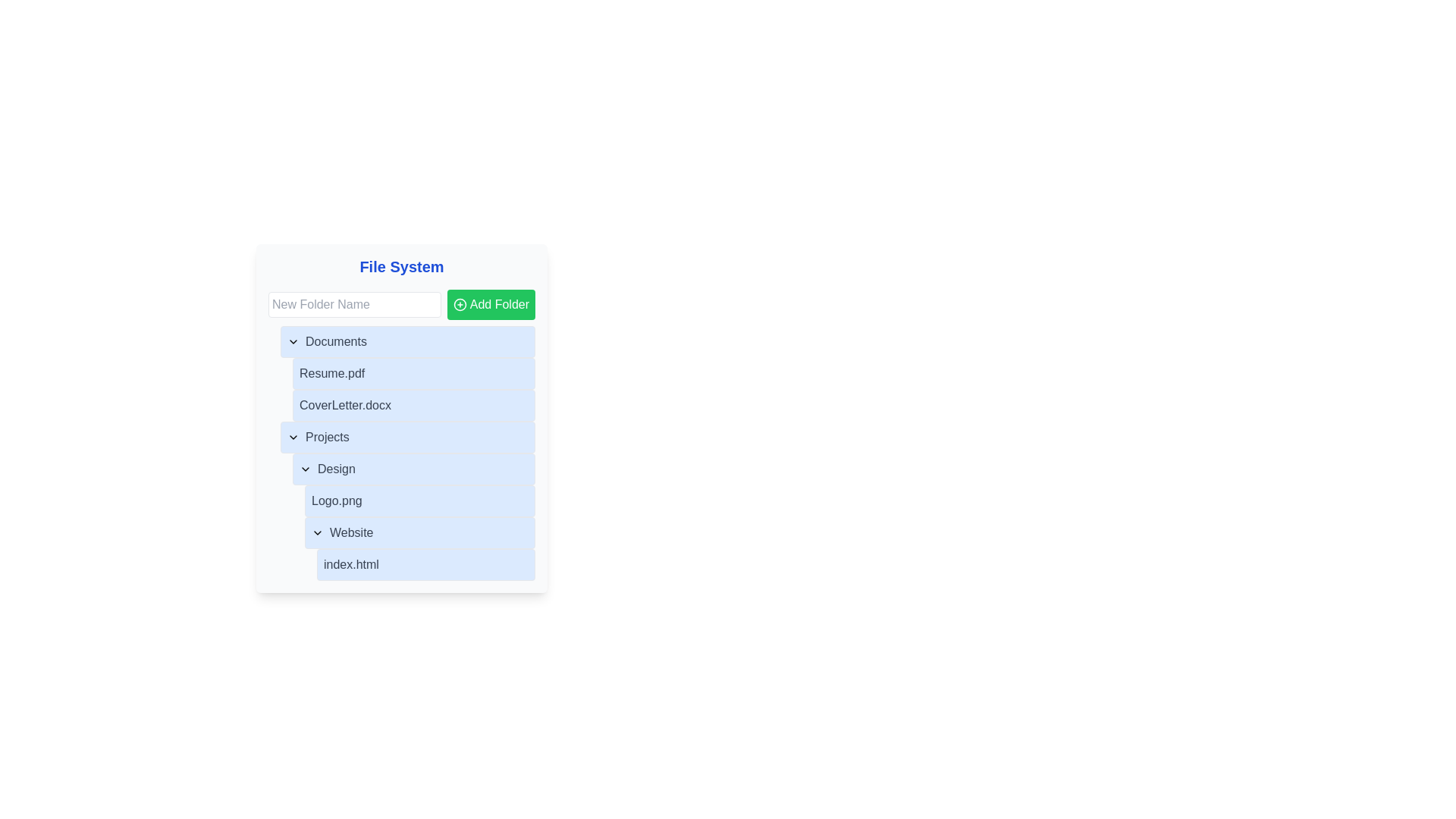 This screenshot has width=1456, height=819. Describe the element at coordinates (319, 532) in the screenshot. I see `the downward-pointing chevron icon rendered in black, which is positioned to the left of the text element labeled 'Website' within a light blue rectangular block` at that location.